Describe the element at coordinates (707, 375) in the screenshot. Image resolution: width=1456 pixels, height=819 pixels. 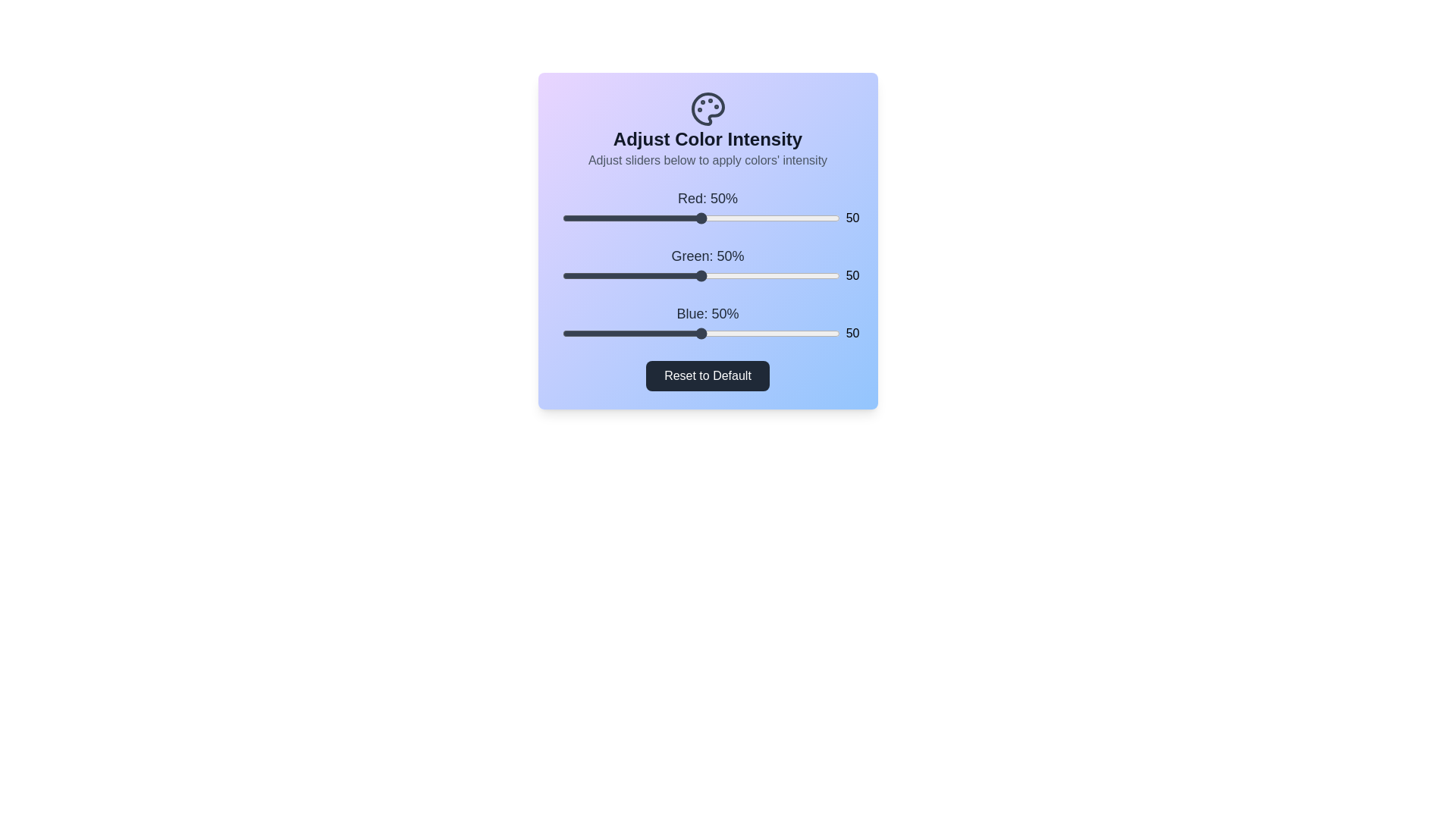
I see `'Reset to Default' button to reset all sliders` at that location.